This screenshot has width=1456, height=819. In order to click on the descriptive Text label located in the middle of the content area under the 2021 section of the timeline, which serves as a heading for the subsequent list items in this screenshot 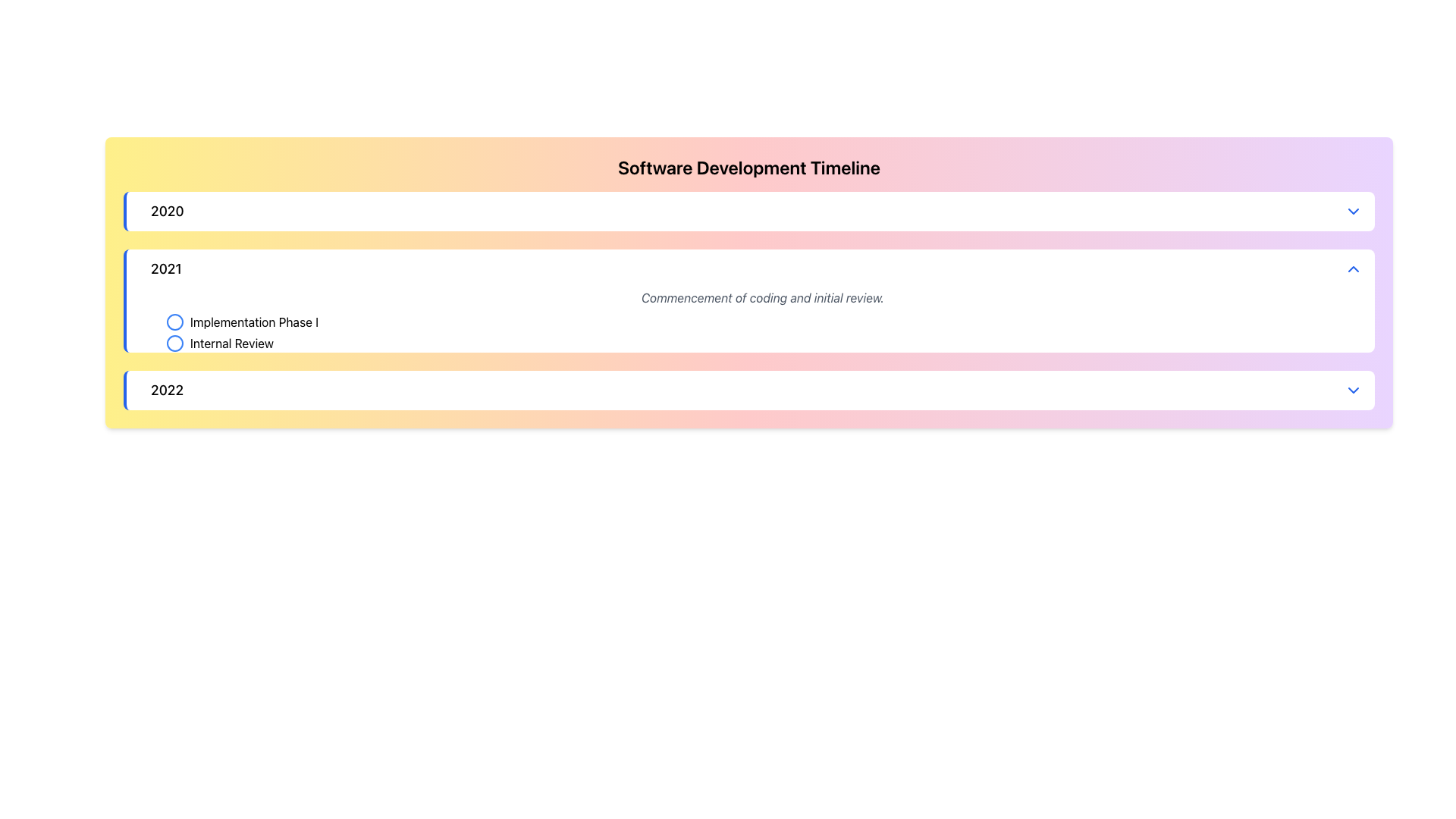, I will do `click(763, 298)`.